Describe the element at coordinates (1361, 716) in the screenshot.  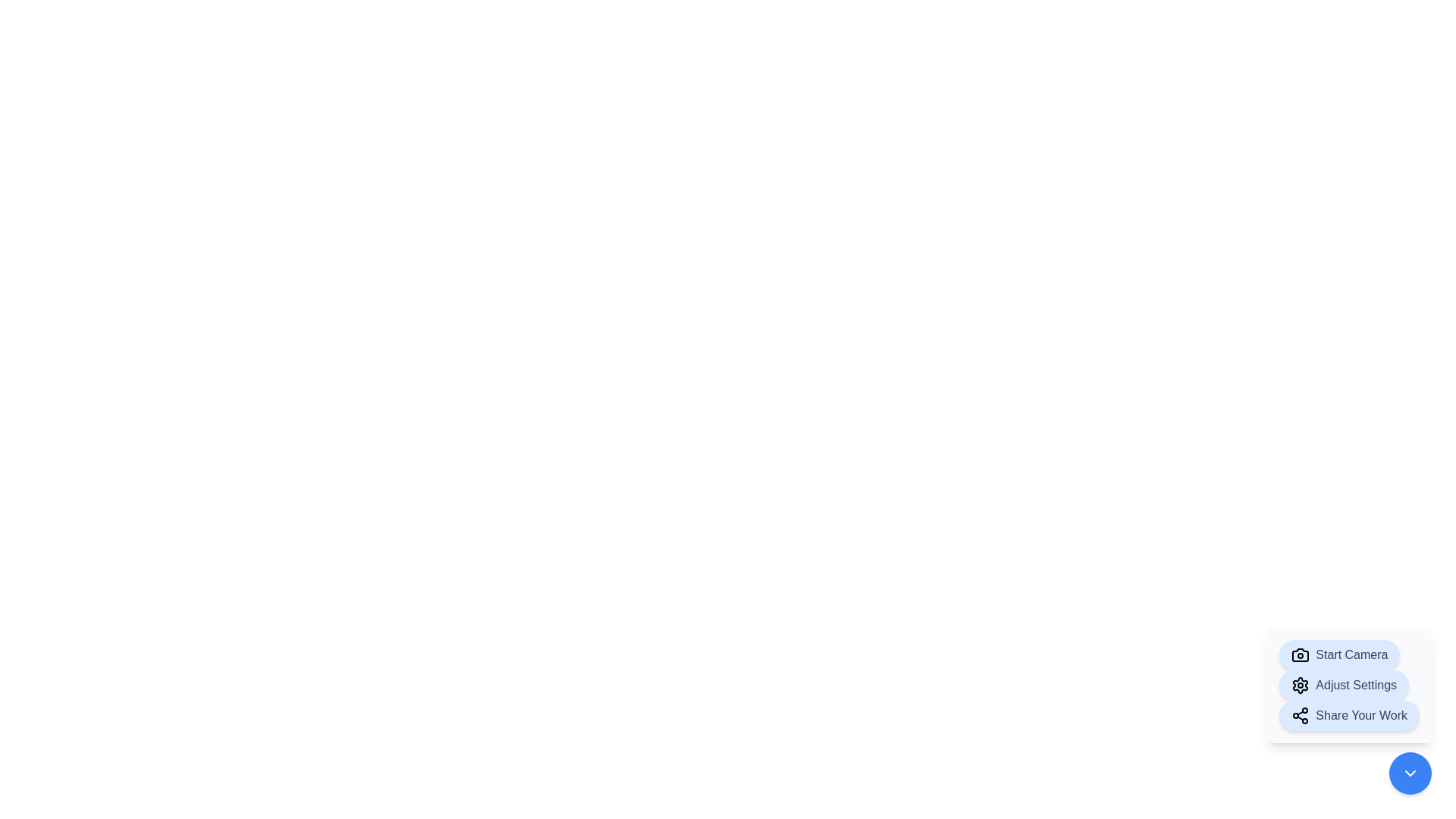
I see `the 'Share Your Work' text label, which is styled in bold gray and located at the bottom-right corner of the interface` at that location.